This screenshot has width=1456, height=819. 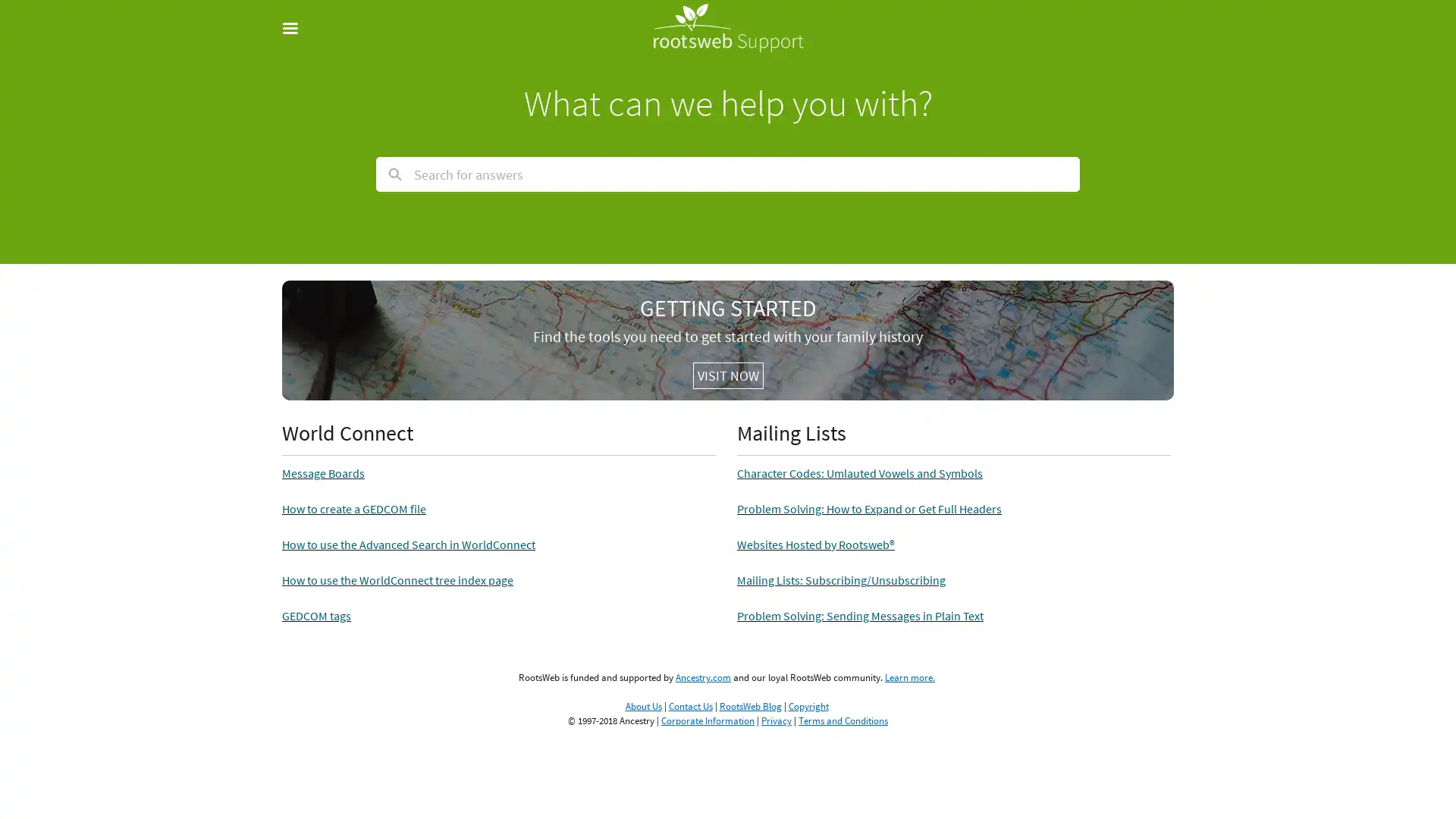 I want to click on Search, so click(x=395, y=174).